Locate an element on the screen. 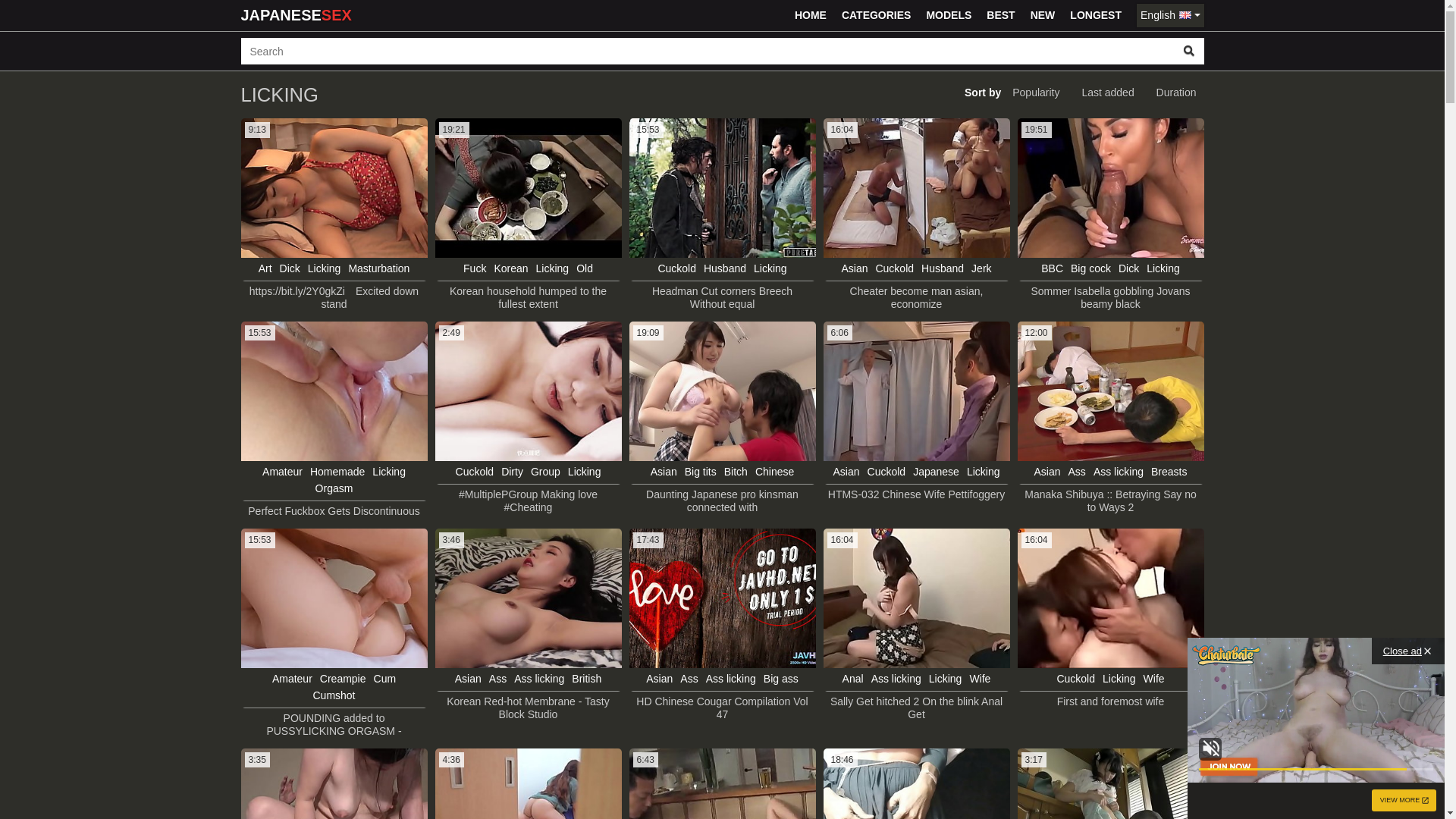 The width and height of the screenshot is (1456, 819). 'Masturbation' is located at coordinates (378, 268).